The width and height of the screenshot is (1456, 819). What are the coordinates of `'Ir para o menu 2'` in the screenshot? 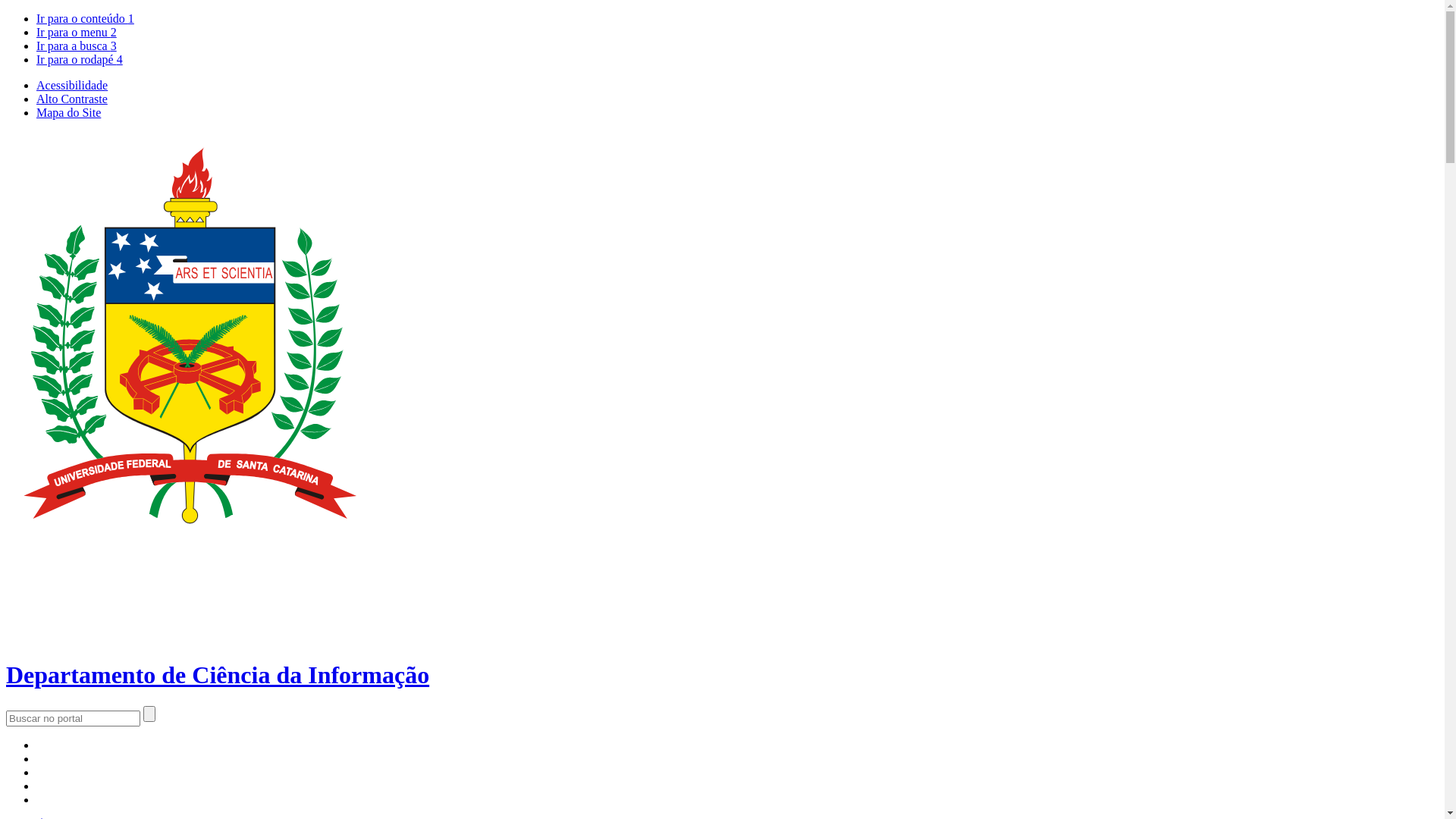 It's located at (75, 32).